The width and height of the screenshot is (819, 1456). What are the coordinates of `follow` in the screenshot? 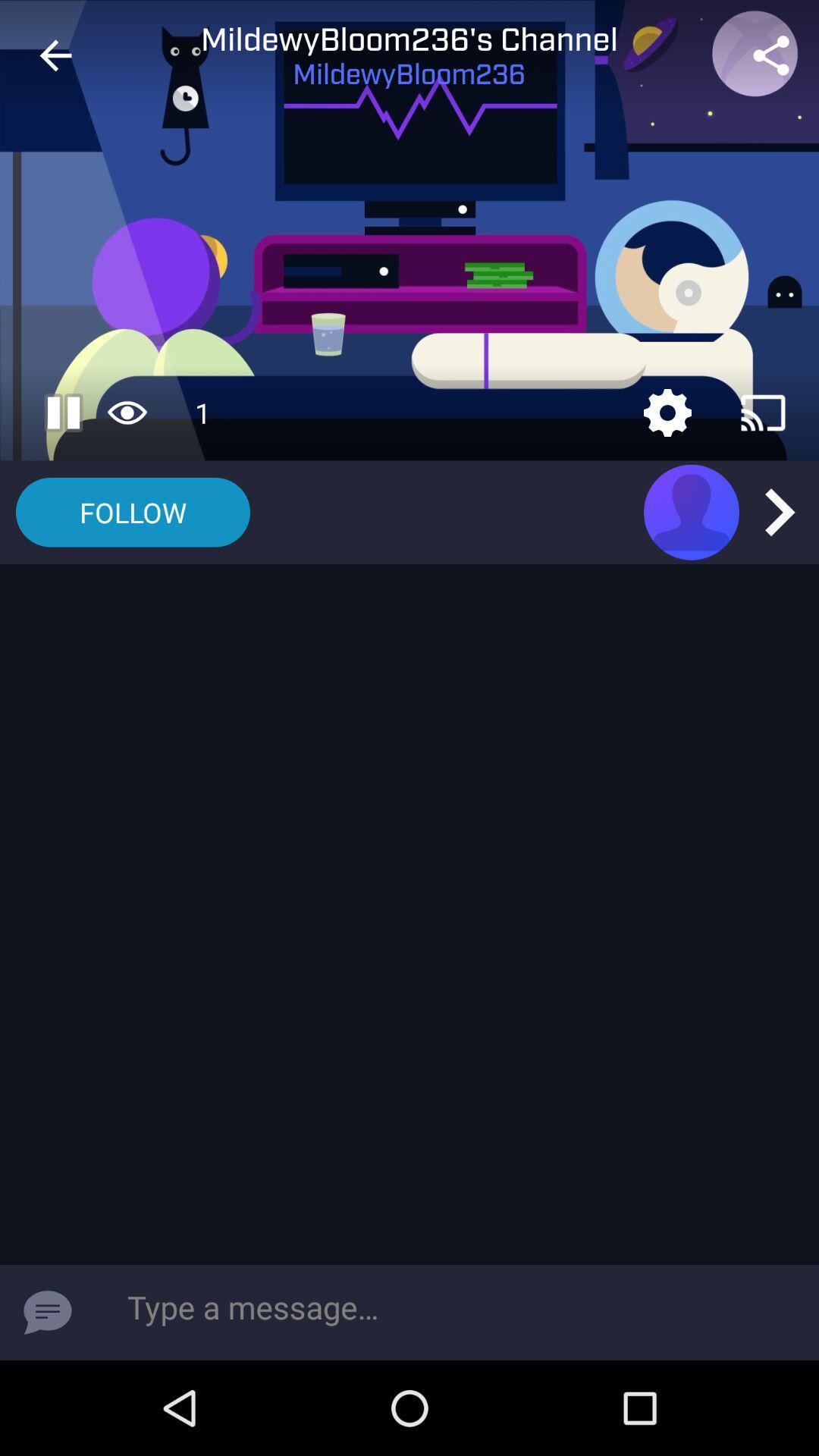 It's located at (132, 512).